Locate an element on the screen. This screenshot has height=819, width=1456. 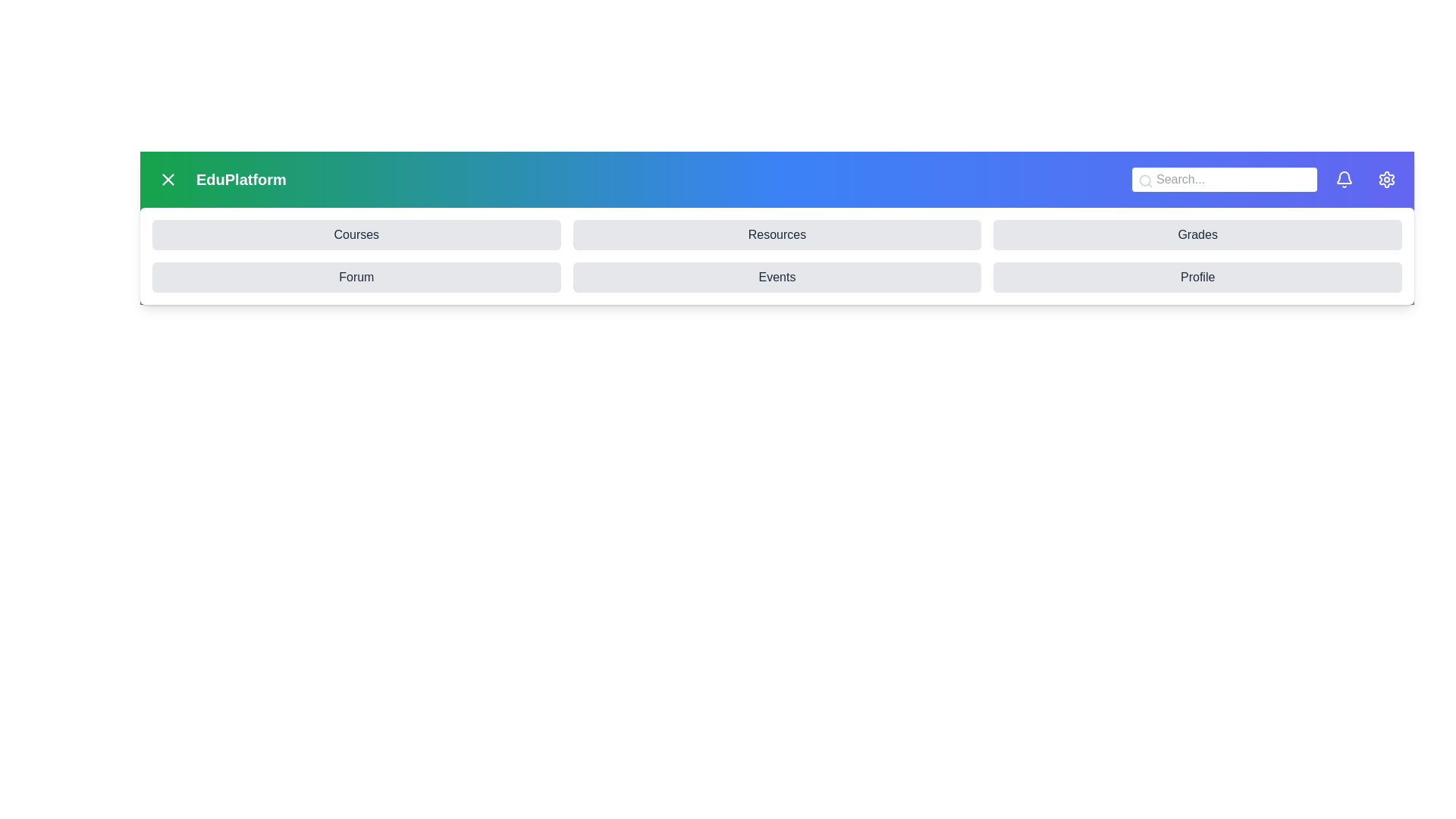
the menu item Grades from the navigation menu is located at coordinates (1197, 234).